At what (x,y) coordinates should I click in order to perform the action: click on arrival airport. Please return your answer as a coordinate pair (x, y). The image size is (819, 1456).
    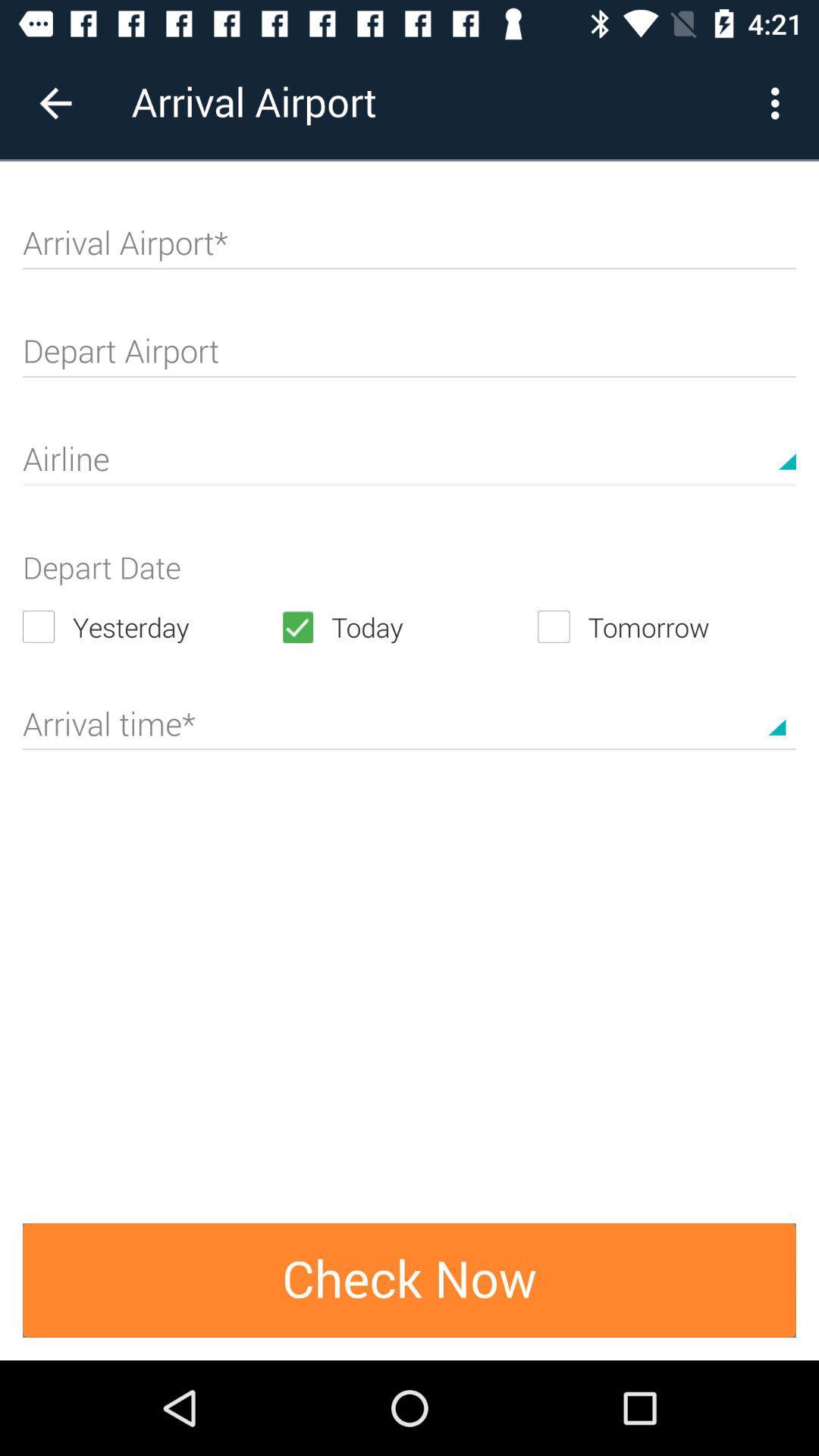
    Looking at the image, I should click on (409, 249).